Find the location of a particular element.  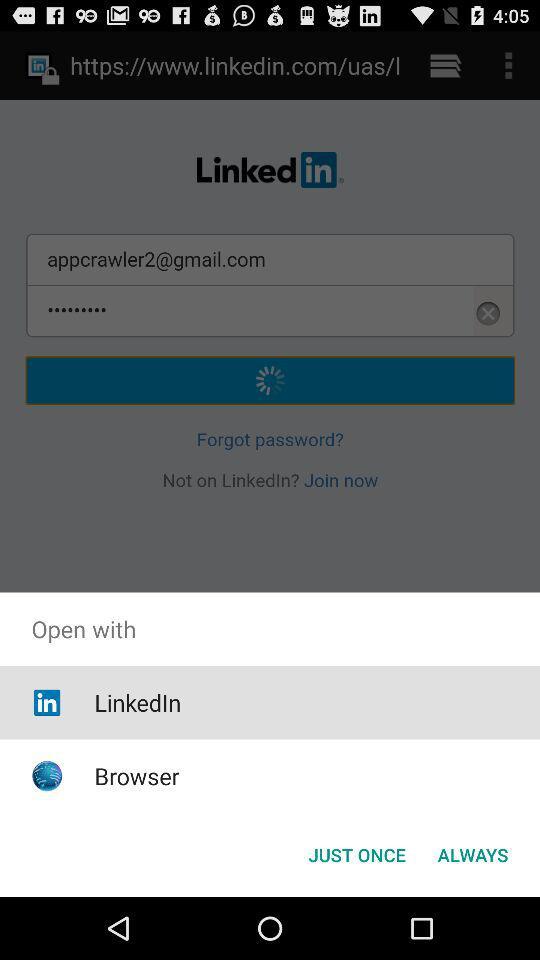

browser item is located at coordinates (136, 775).